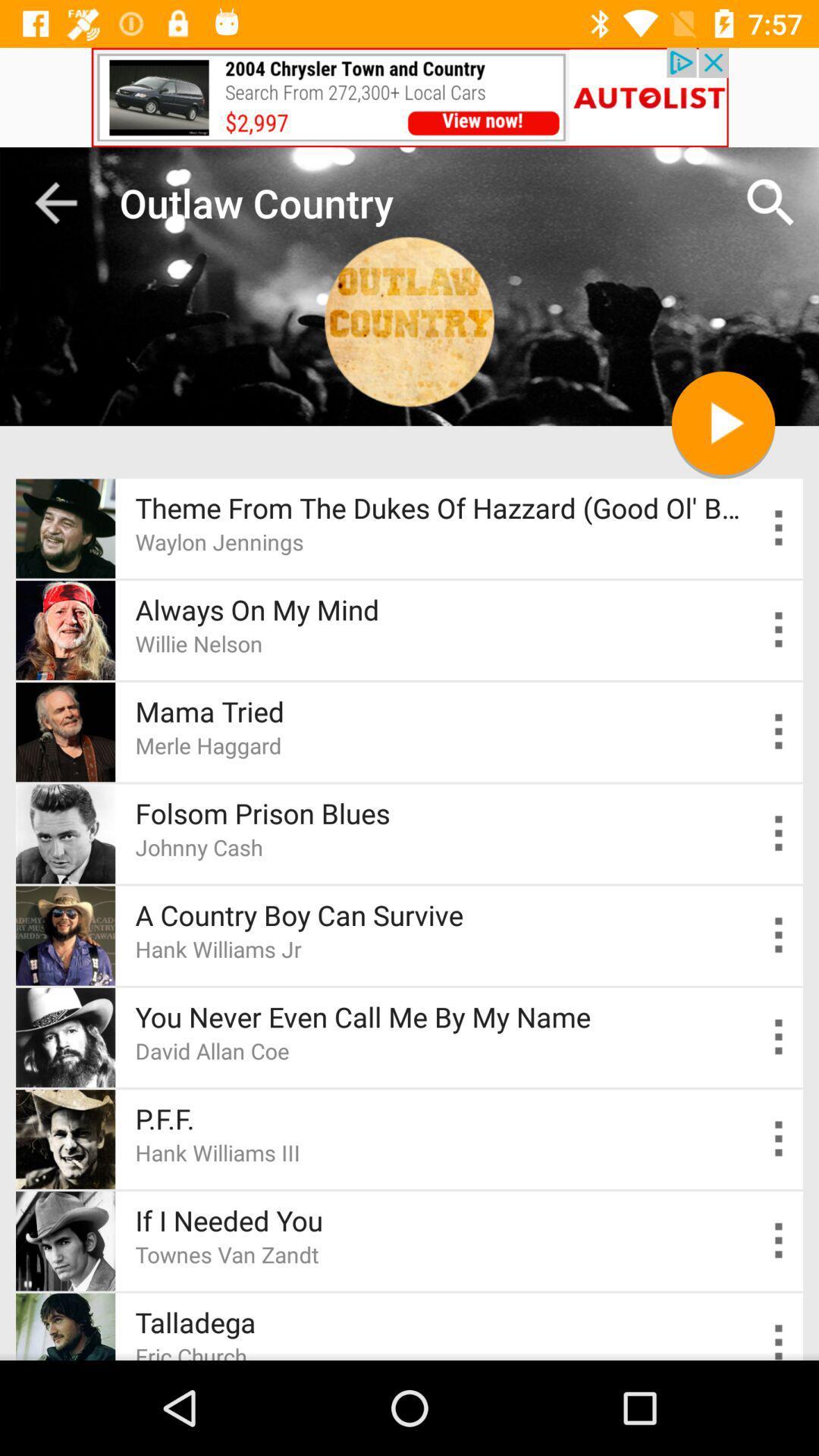 The image size is (819, 1456). What do you see at coordinates (779, 1037) in the screenshot?
I see `overview option` at bounding box center [779, 1037].